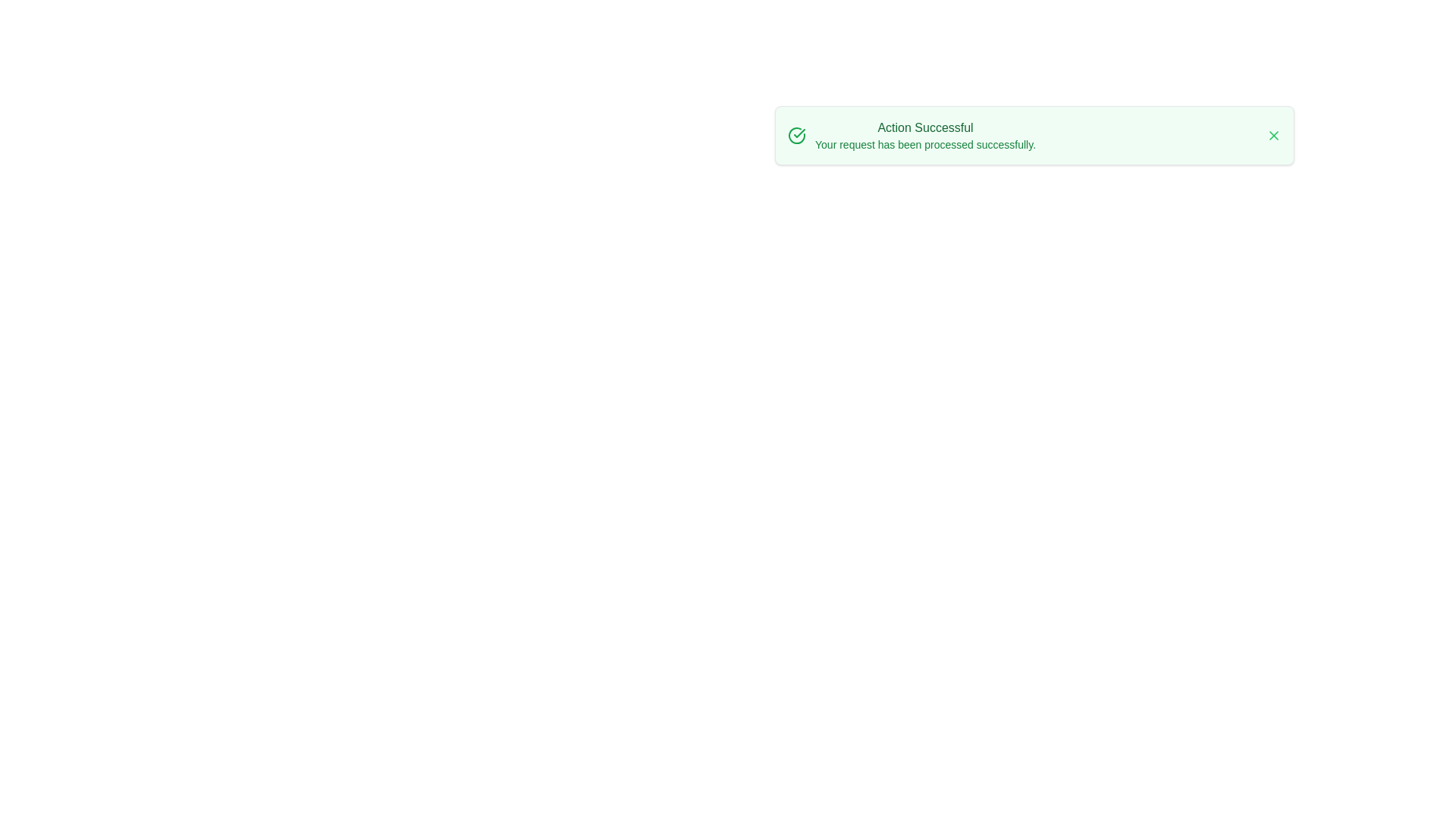 The image size is (1456, 819). What do you see at coordinates (1274, 134) in the screenshot?
I see `close button to dismiss the alert` at bounding box center [1274, 134].